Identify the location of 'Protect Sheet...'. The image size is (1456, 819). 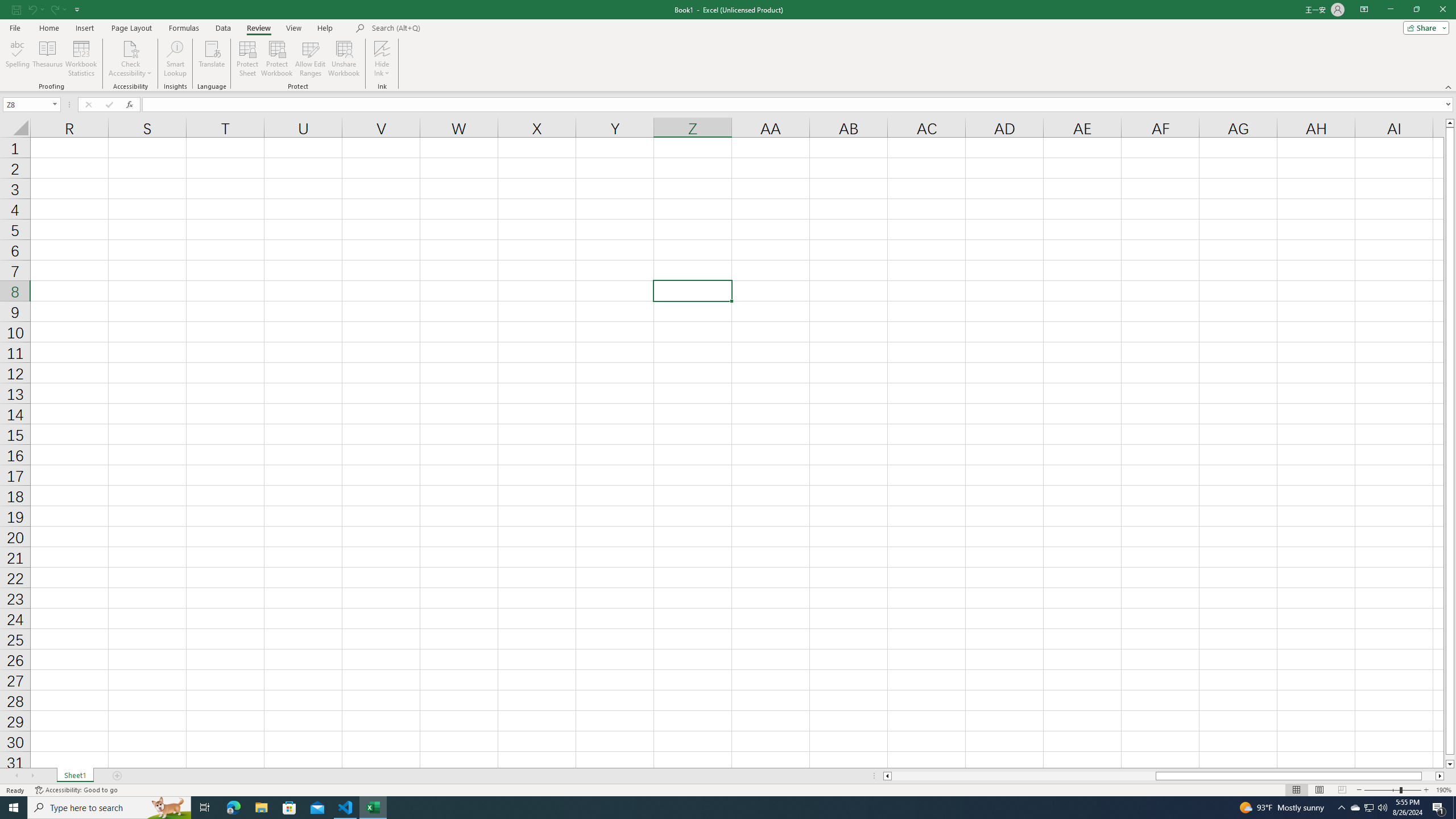
(248, 59).